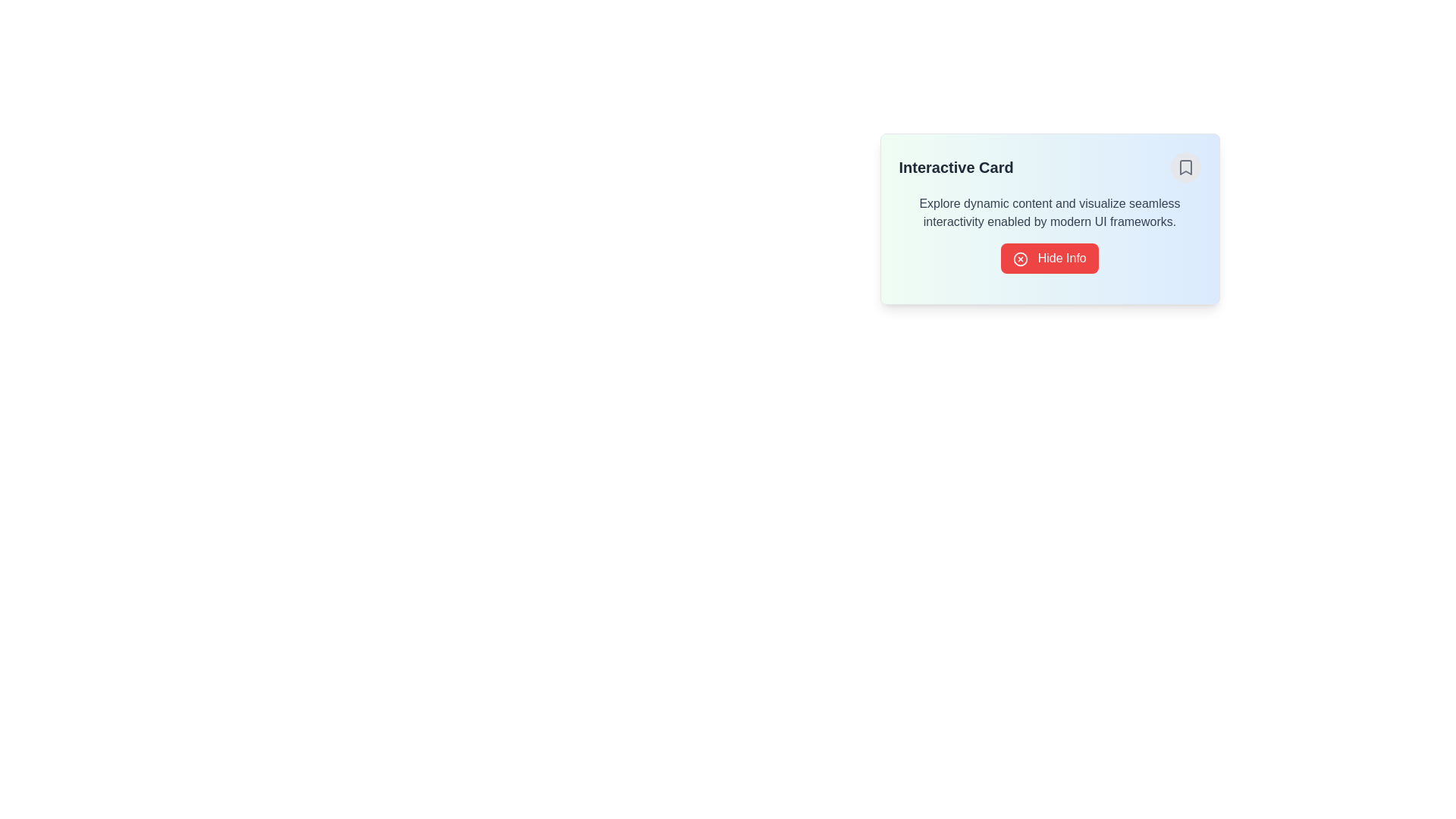 This screenshot has width=1456, height=819. Describe the element at coordinates (955, 167) in the screenshot. I see `the bold text label 'Interactive Card' located at the top-left corner of the card component, which is styled in dark gray and is the main title of the card` at that location.